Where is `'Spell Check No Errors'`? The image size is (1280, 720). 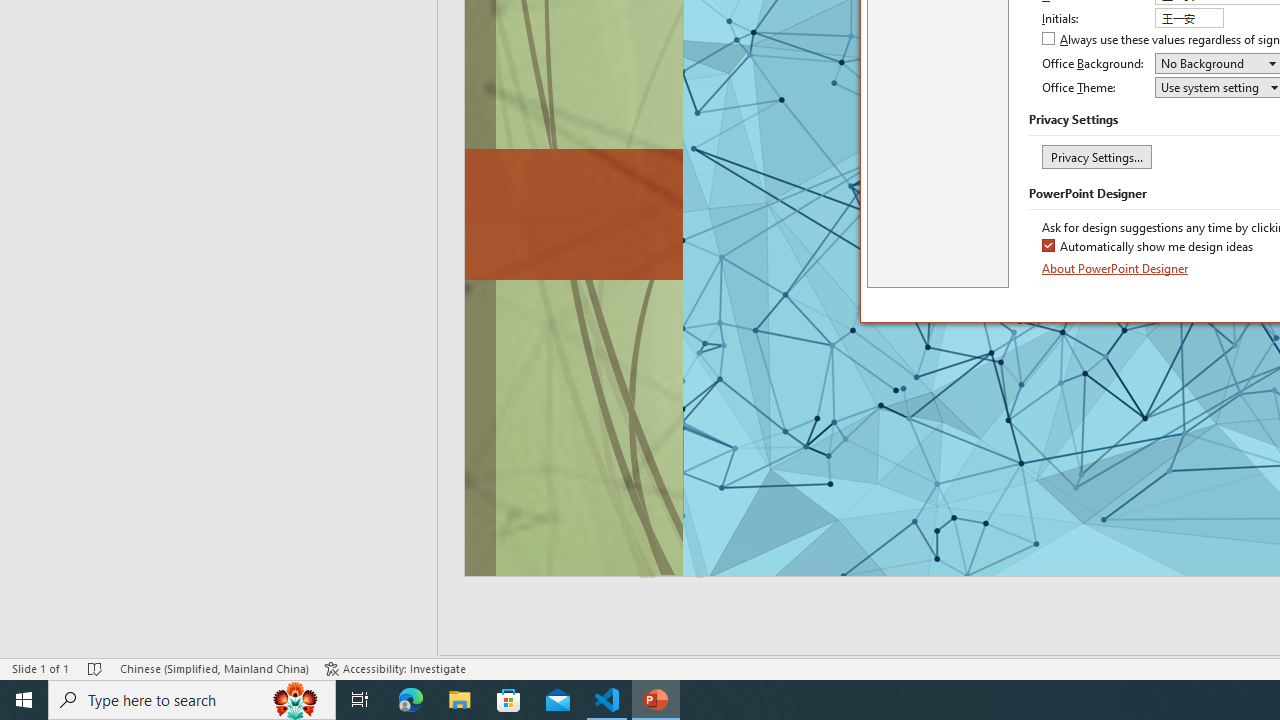
'Spell Check No Errors' is located at coordinates (95, 669).